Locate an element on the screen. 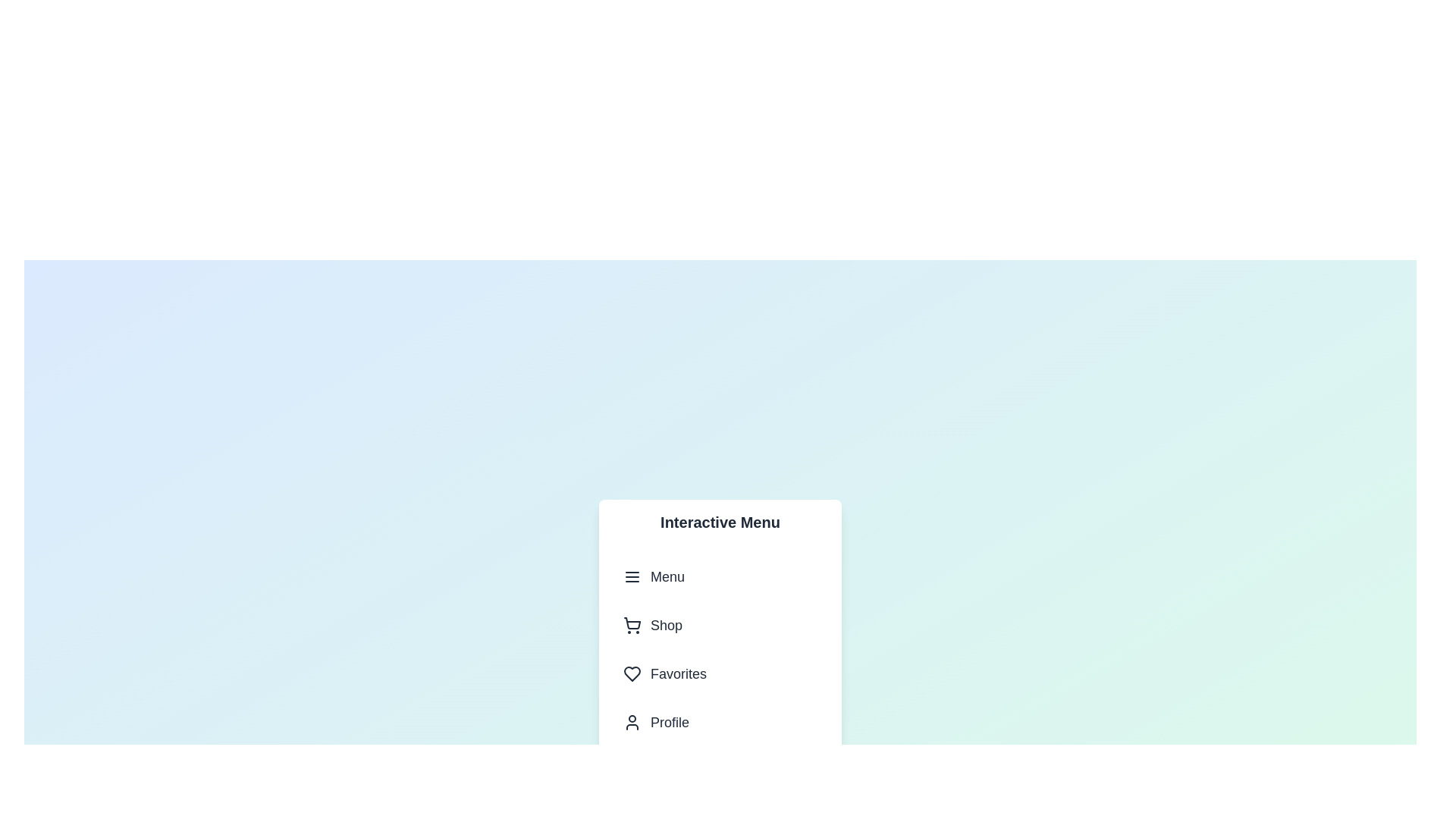  the menu item labeled Favorites to activate it is located at coordinates (720, 673).